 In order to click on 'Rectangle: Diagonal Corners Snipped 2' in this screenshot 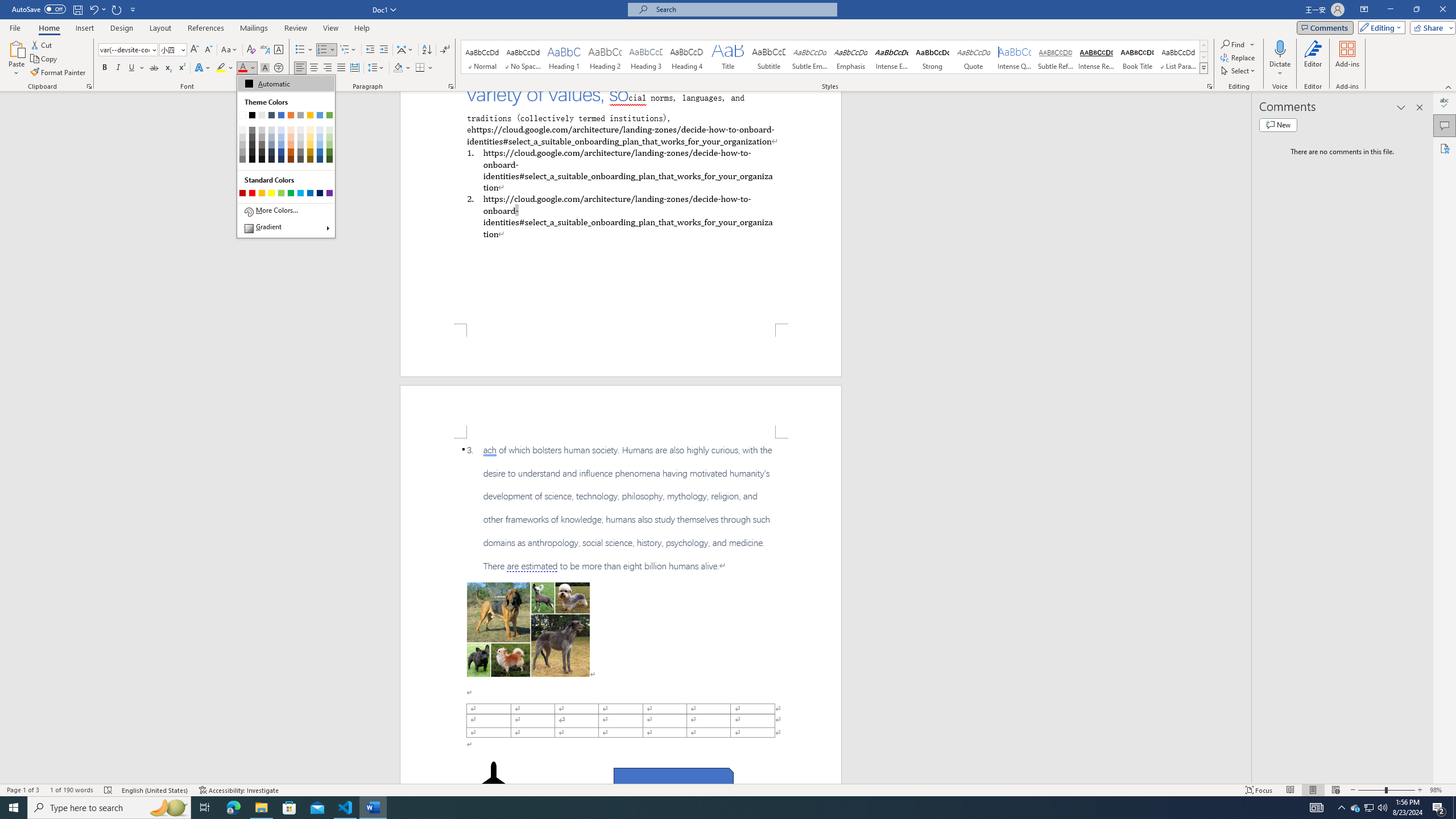, I will do `click(673, 780)`.